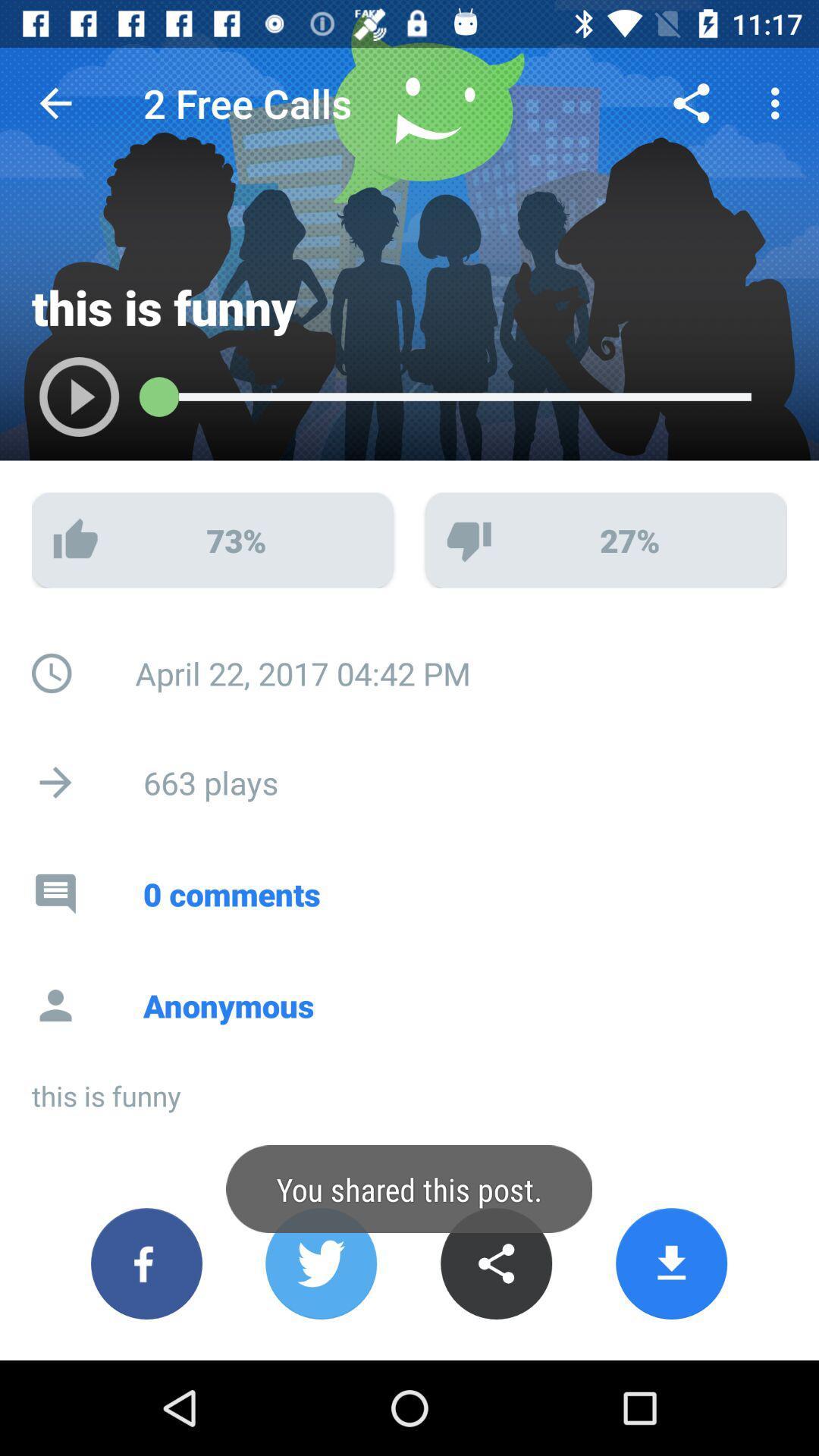 The width and height of the screenshot is (819, 1456). Describe the element at coordinates (670, 1263) in the screenshot. I see `download button` at that location.